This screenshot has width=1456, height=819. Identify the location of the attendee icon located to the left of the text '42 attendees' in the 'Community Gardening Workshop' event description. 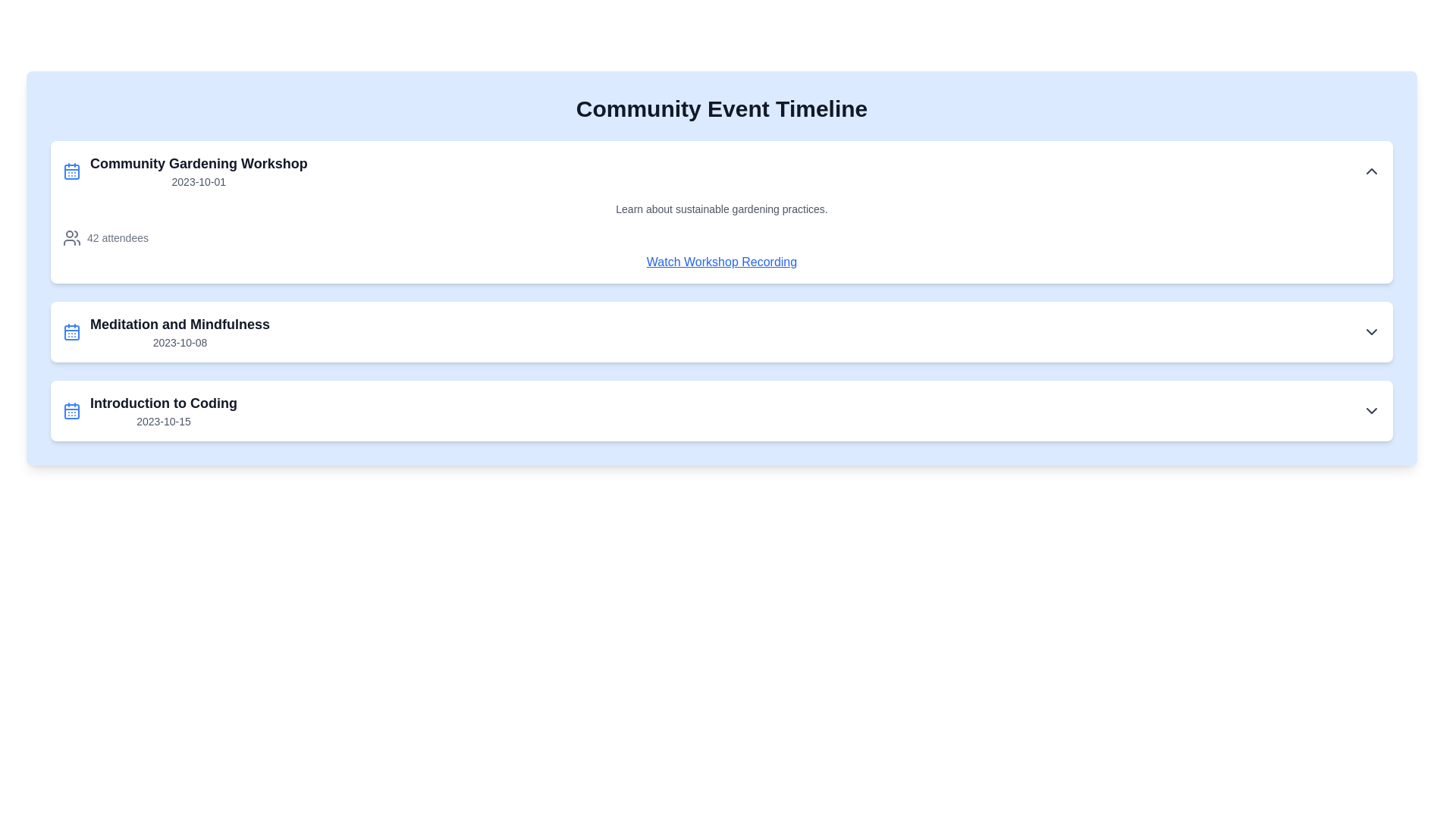
(71, 237).